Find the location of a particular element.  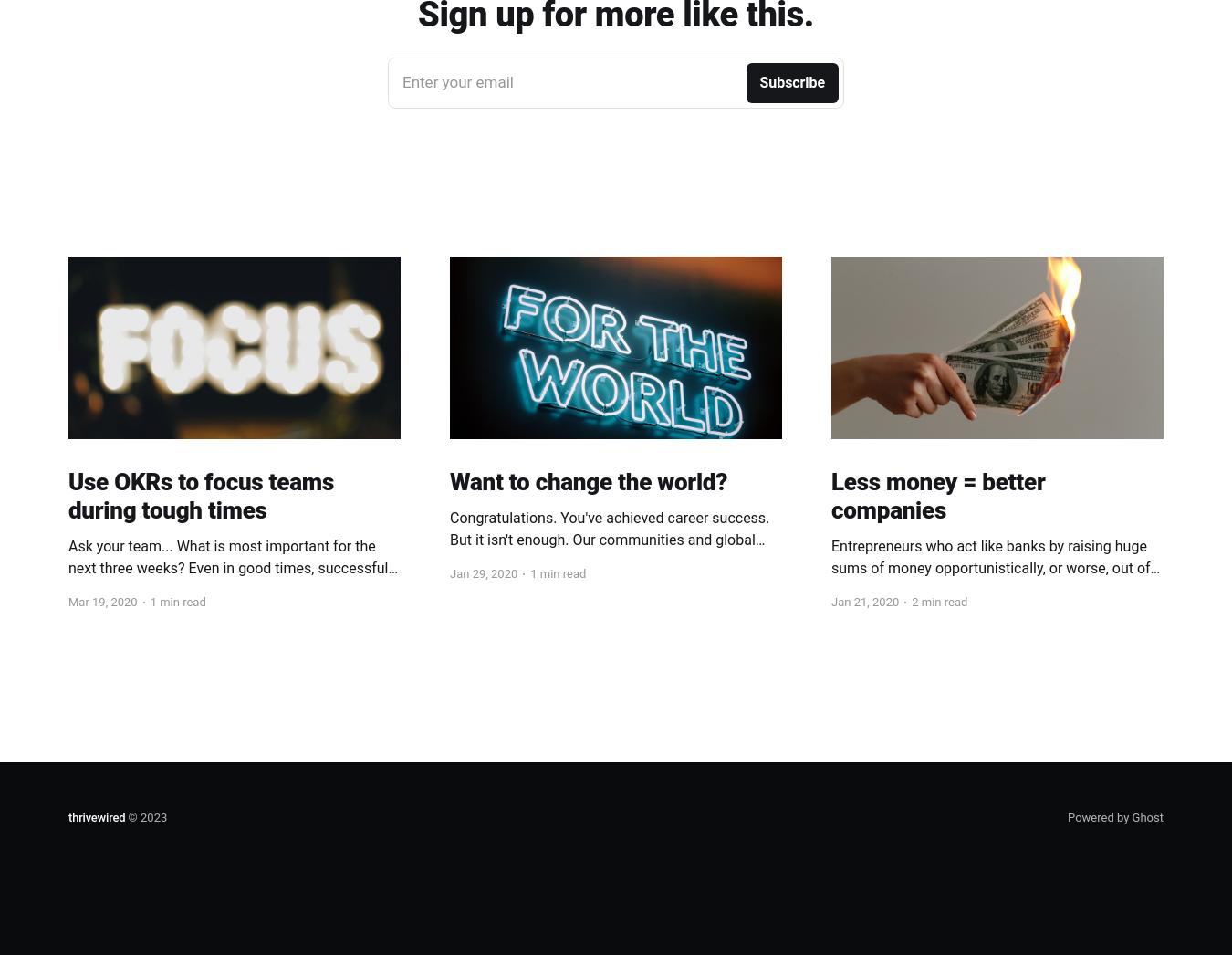

'Want to change the world?' is located at coordinates (589, 479).